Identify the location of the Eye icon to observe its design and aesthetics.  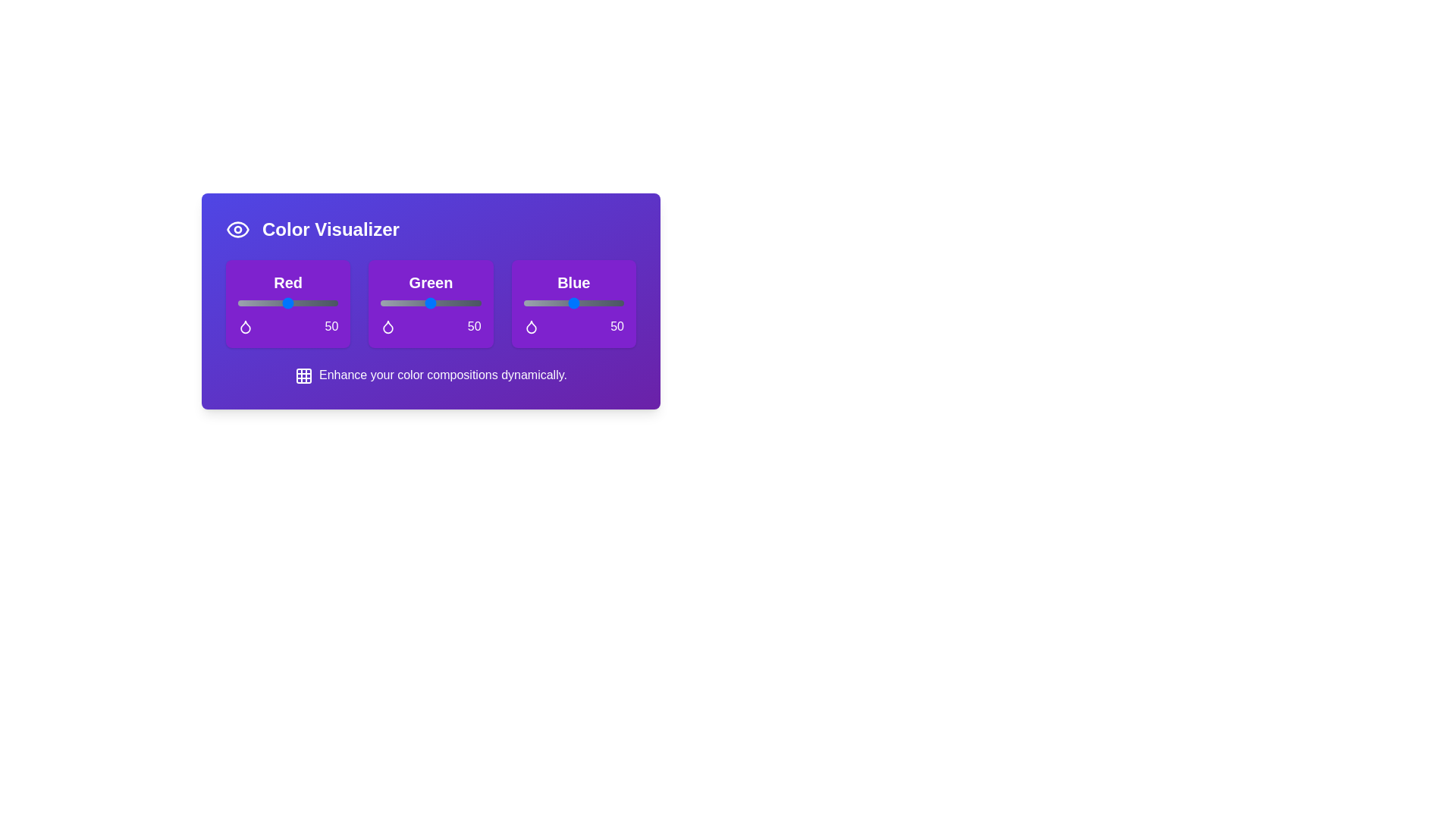
(237, 230).